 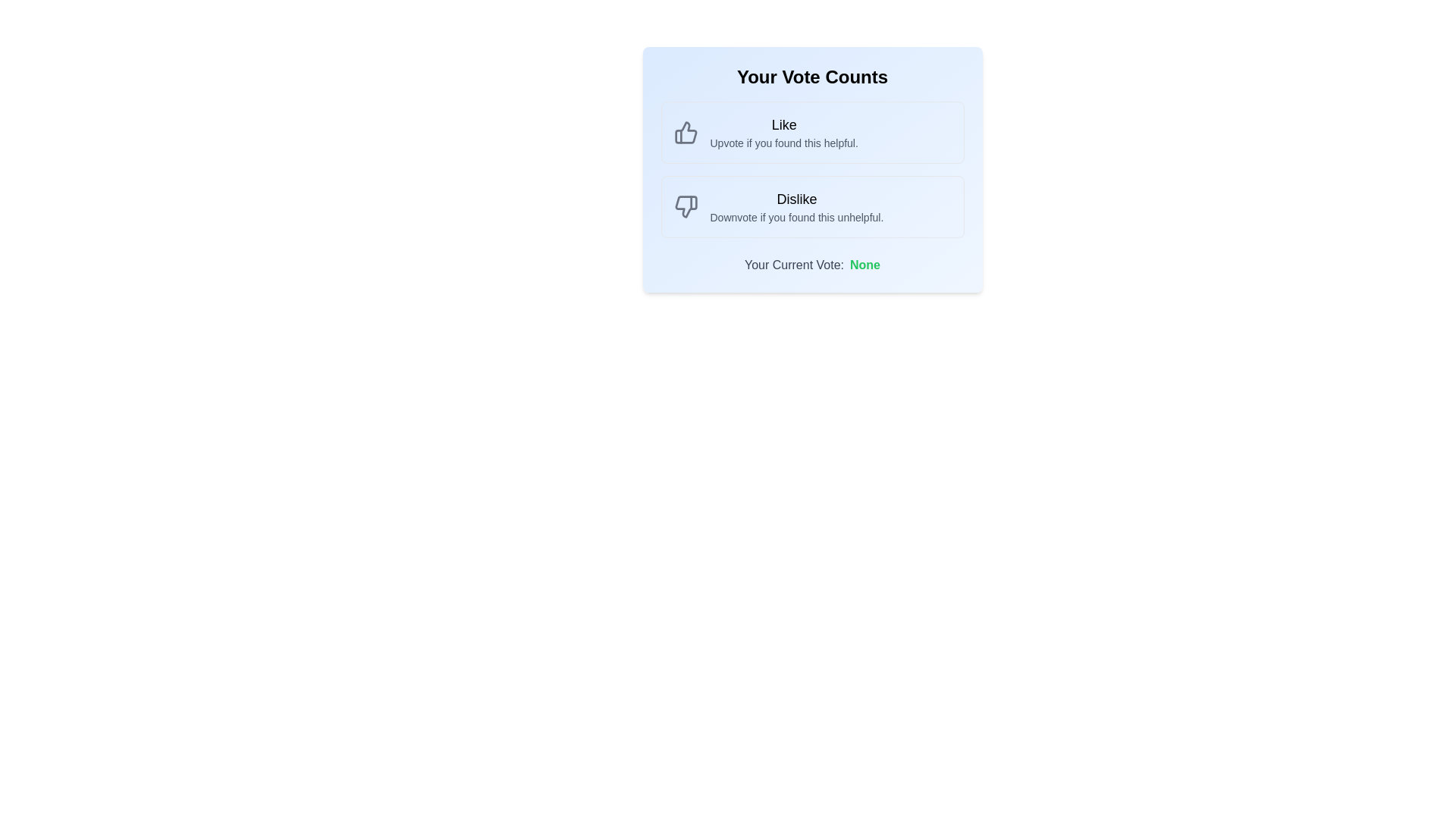 I want to click on the centered text label that reads 'Your Vote Counts', which is positioned above the interactive buttons, so click(x=811, y=77).